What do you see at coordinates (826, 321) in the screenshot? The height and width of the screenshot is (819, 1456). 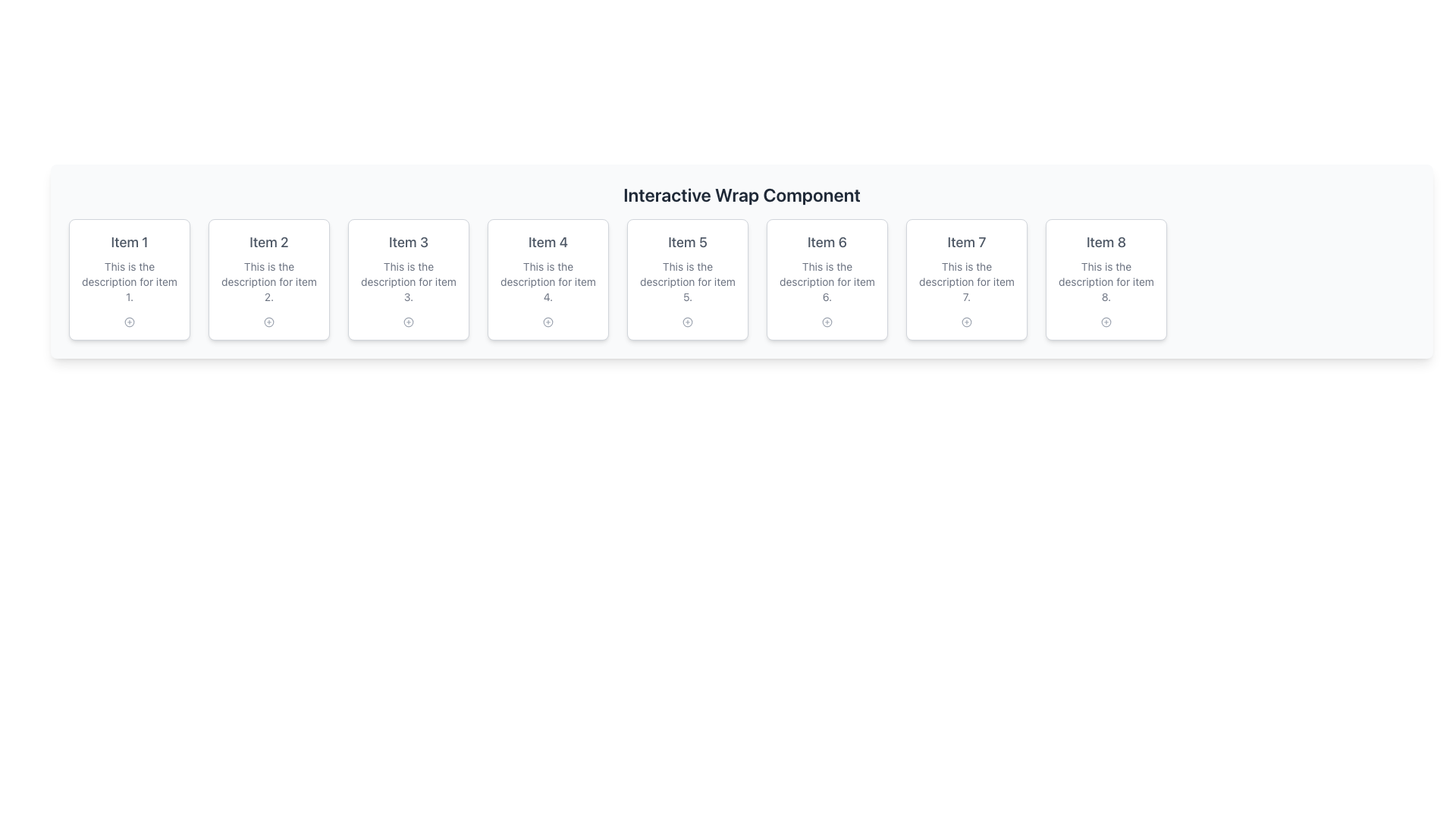 I see `the circular icon outlined in gray located within the panel labeled 'Item 6', which is centrally positioned beneath the description text` at bounding box center [826, 321].